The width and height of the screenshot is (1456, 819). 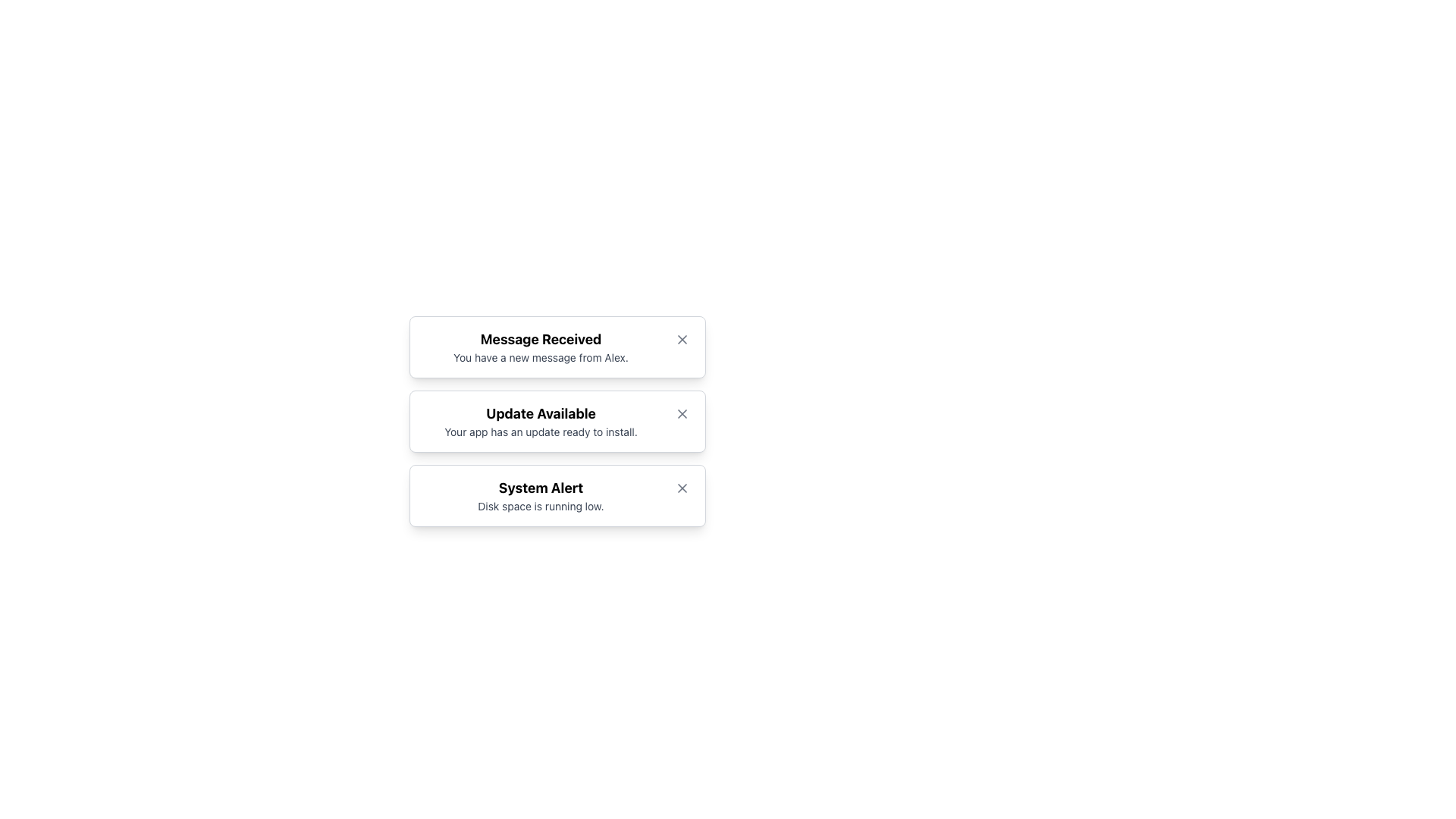 What do you see at coordinates (682, 338) in the screenshot?
I see `the Close Button located at the top-right corner of the 'Message Received' notification card` at bounding box center [682, 338].